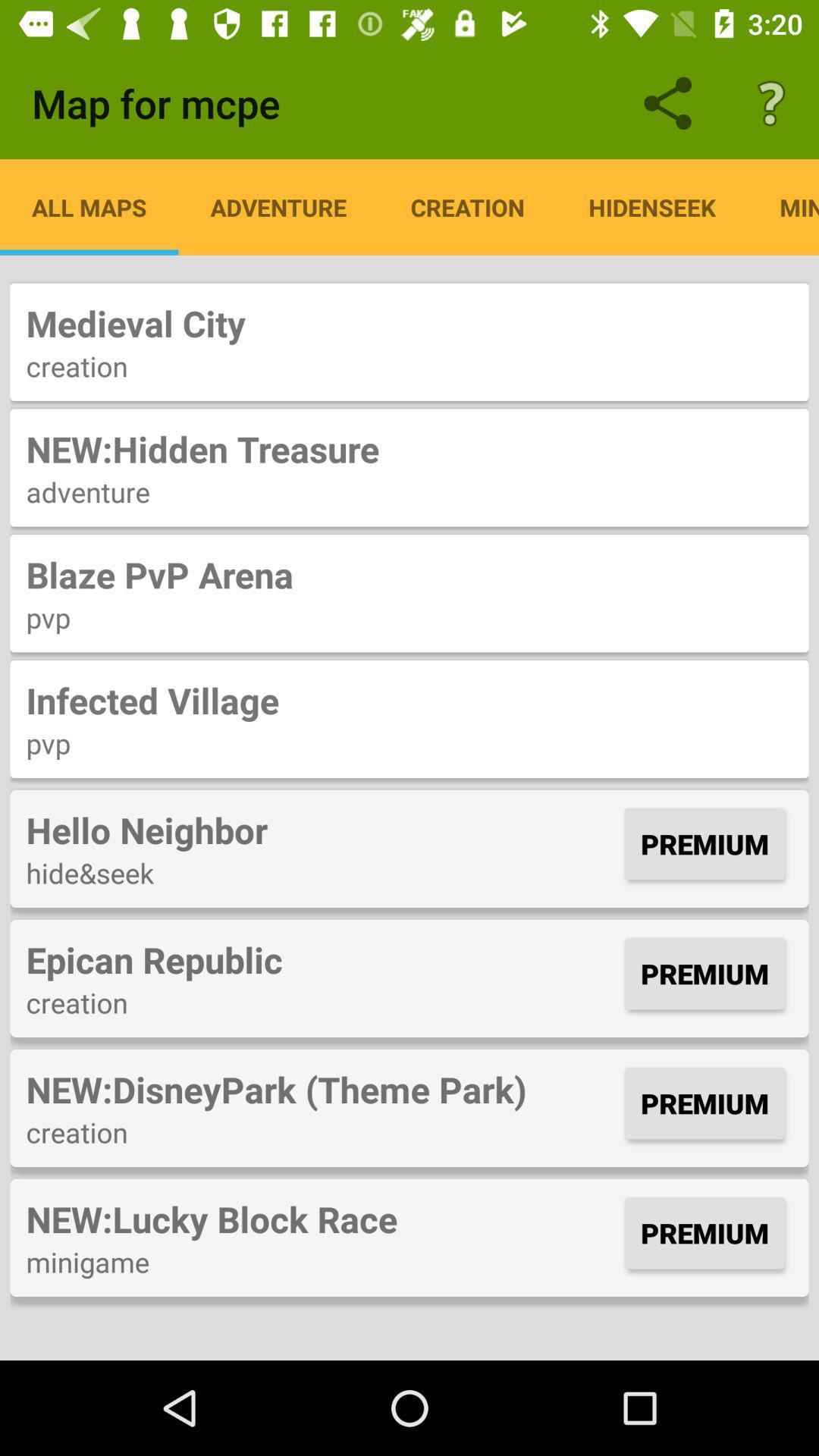 This screenshot has width=819, height=1456. What do you see at coordinates (89, 206) in the screenshot?
I see `the item below the map for mcpe` at bounding box center [89, 206].